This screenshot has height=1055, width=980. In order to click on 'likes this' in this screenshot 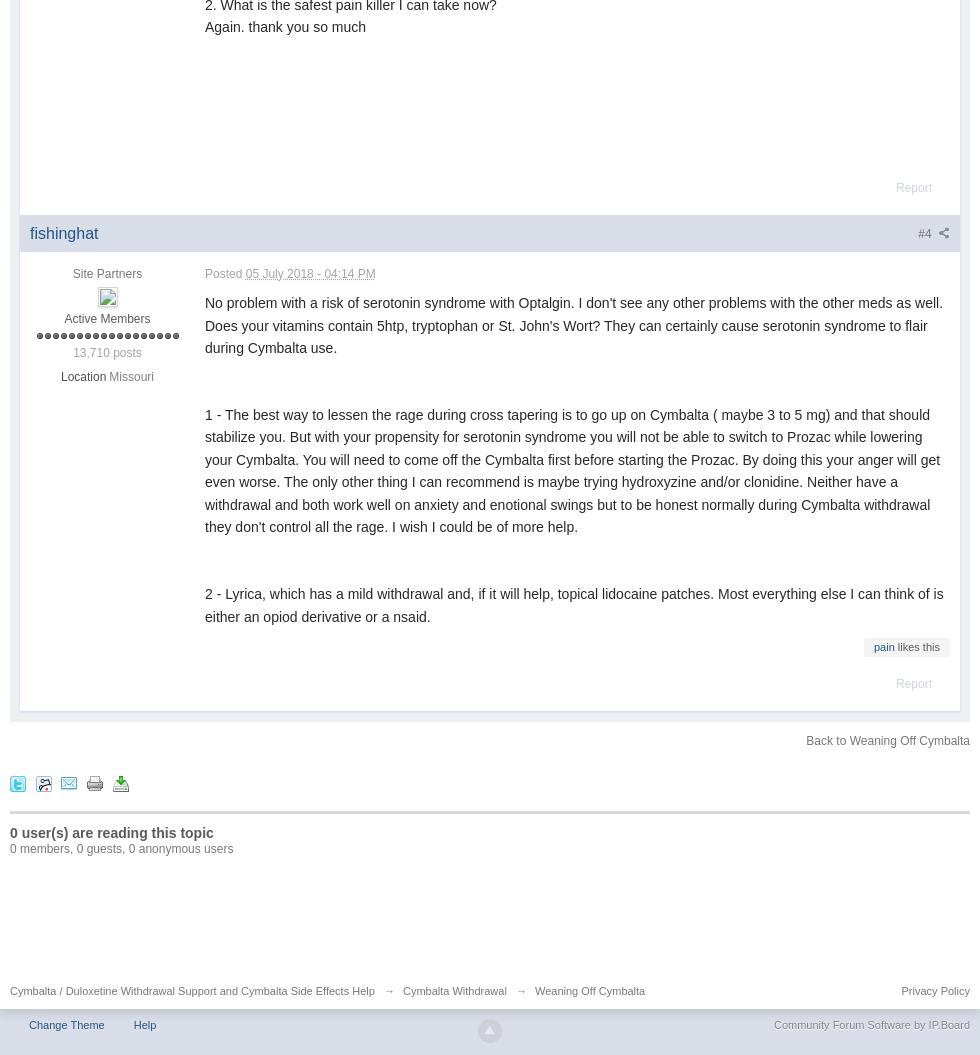, I will do `click(916, 645)`.